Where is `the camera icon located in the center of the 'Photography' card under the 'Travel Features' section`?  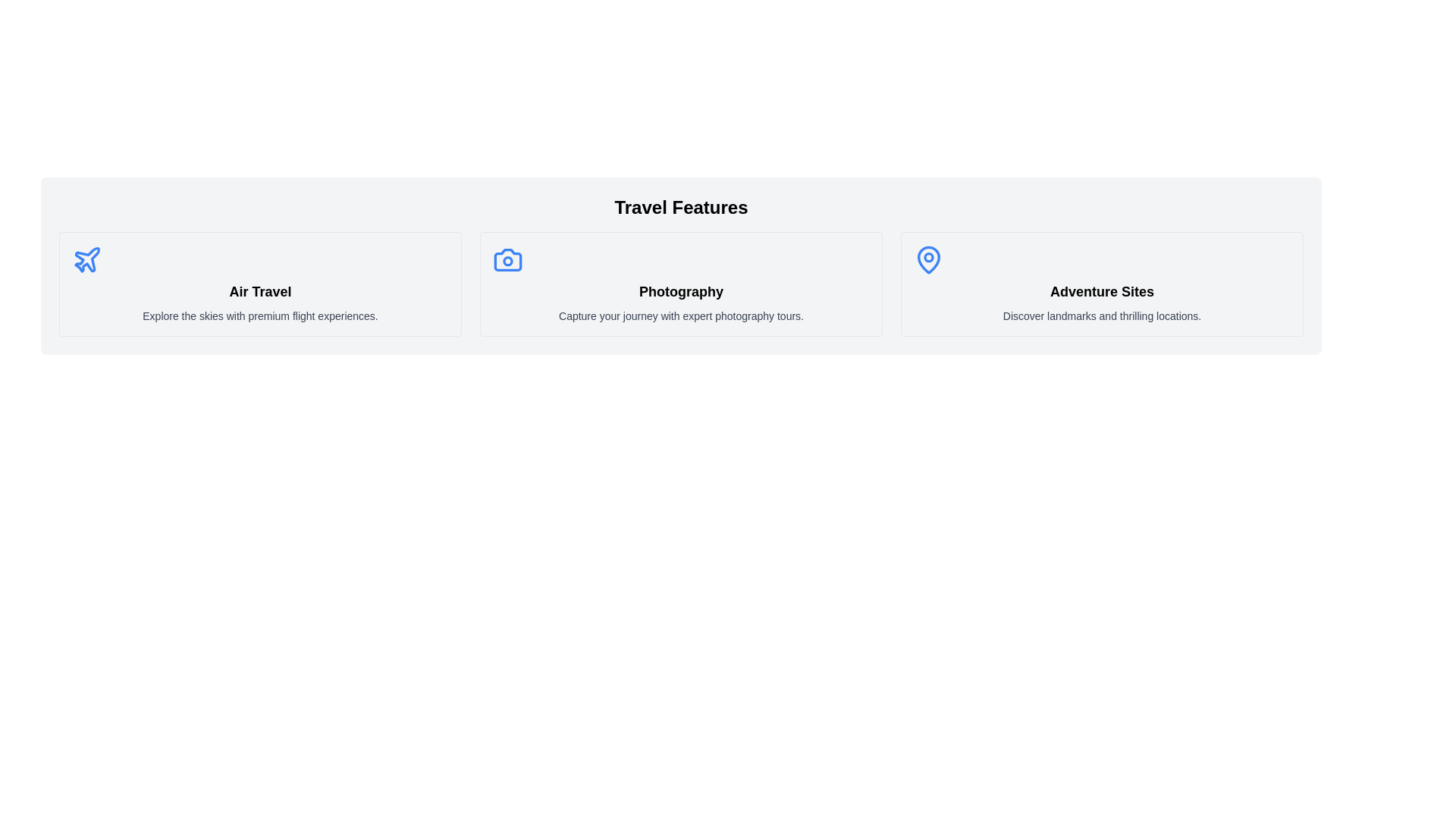
the camera icon located in the center of the 'Photography' card under the 'Travel Features' section is located at coordinates (508, 259).